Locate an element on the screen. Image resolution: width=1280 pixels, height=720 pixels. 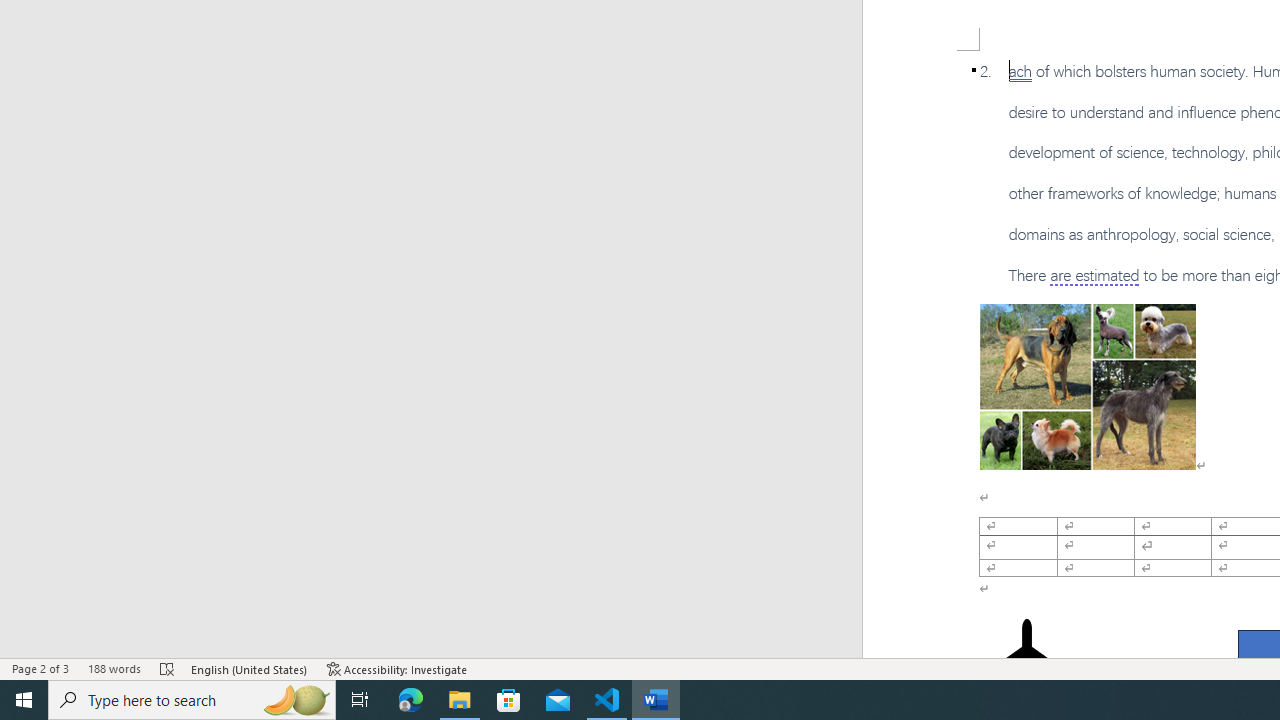
'Accessibility Checker Accessibility: Investigate' is located at coordinates (397, 669).